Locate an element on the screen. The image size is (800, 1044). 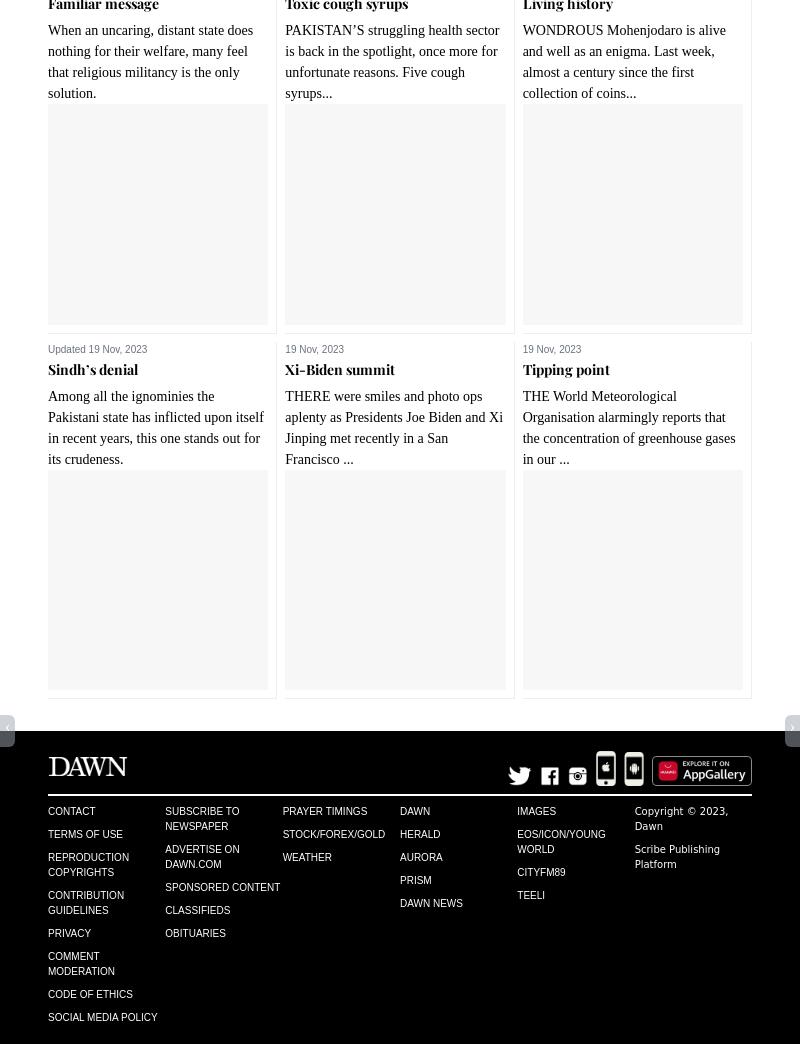
'Reproduction Copyrights' is located at coordinates (88, 864).